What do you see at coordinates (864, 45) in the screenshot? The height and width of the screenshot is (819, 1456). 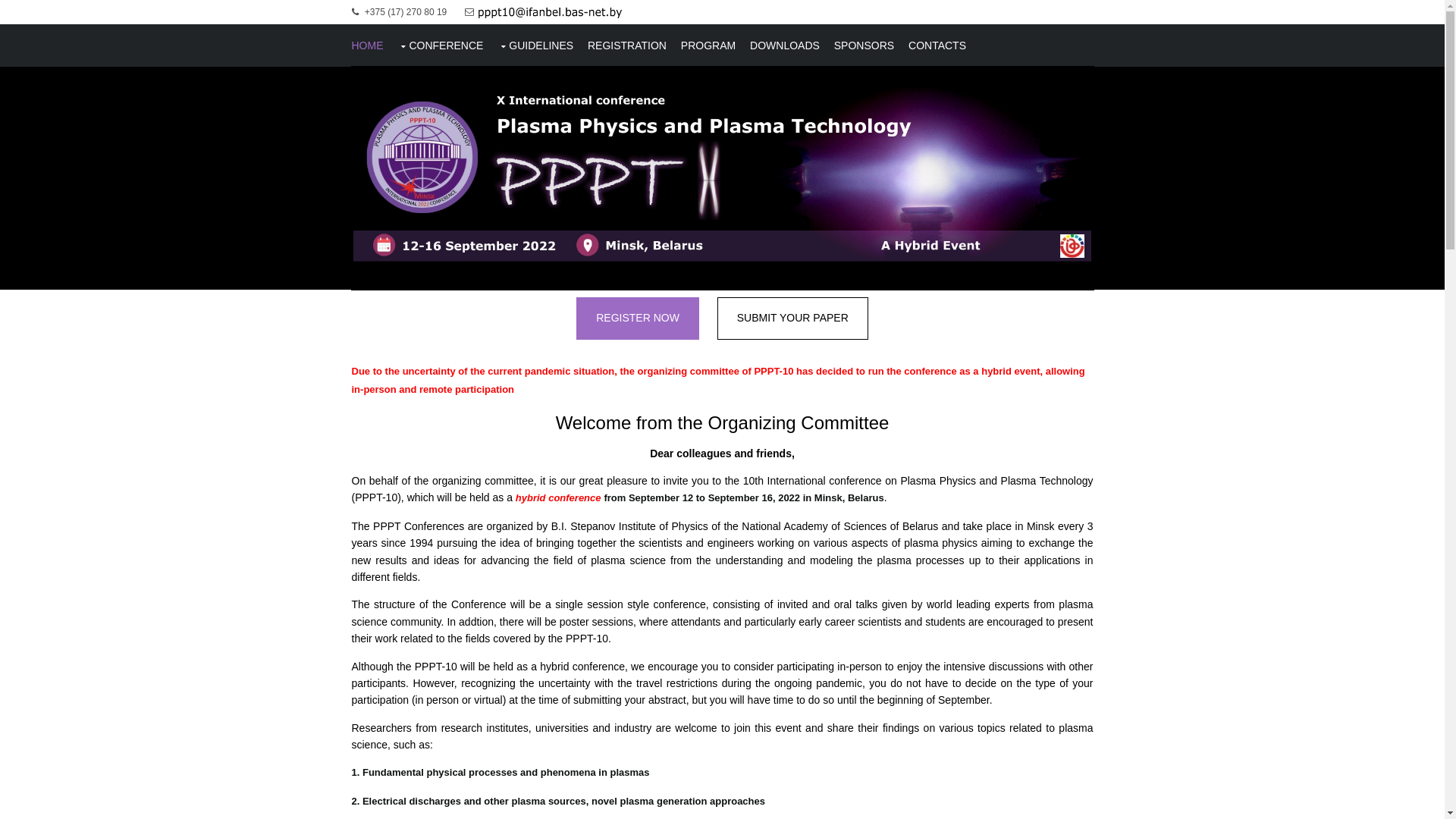 I see `'SPONSORS'` at bounding box center [864, 45].